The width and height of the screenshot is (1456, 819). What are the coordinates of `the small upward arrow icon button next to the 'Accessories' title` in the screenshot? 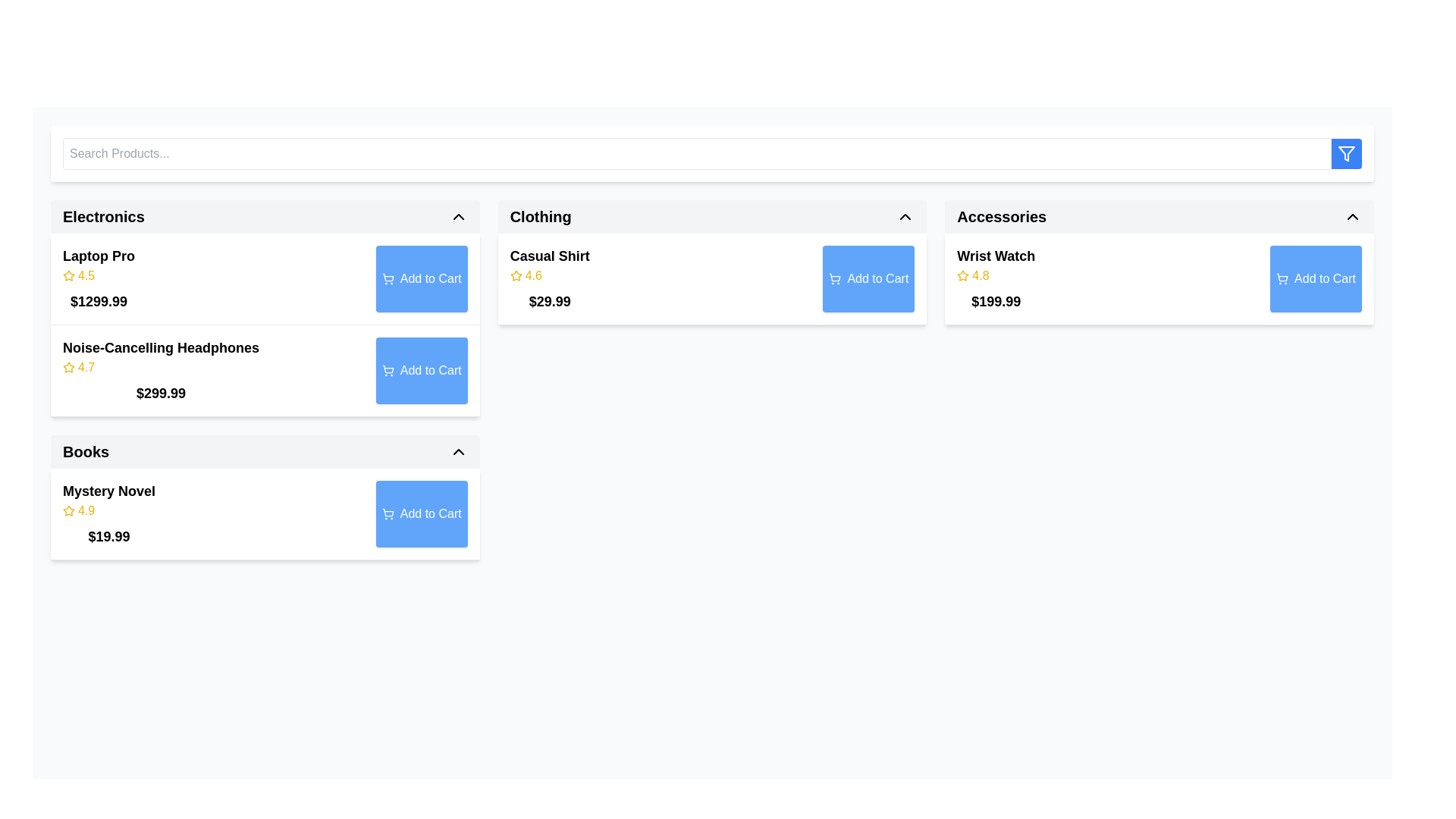 It's located at (1353, 216).